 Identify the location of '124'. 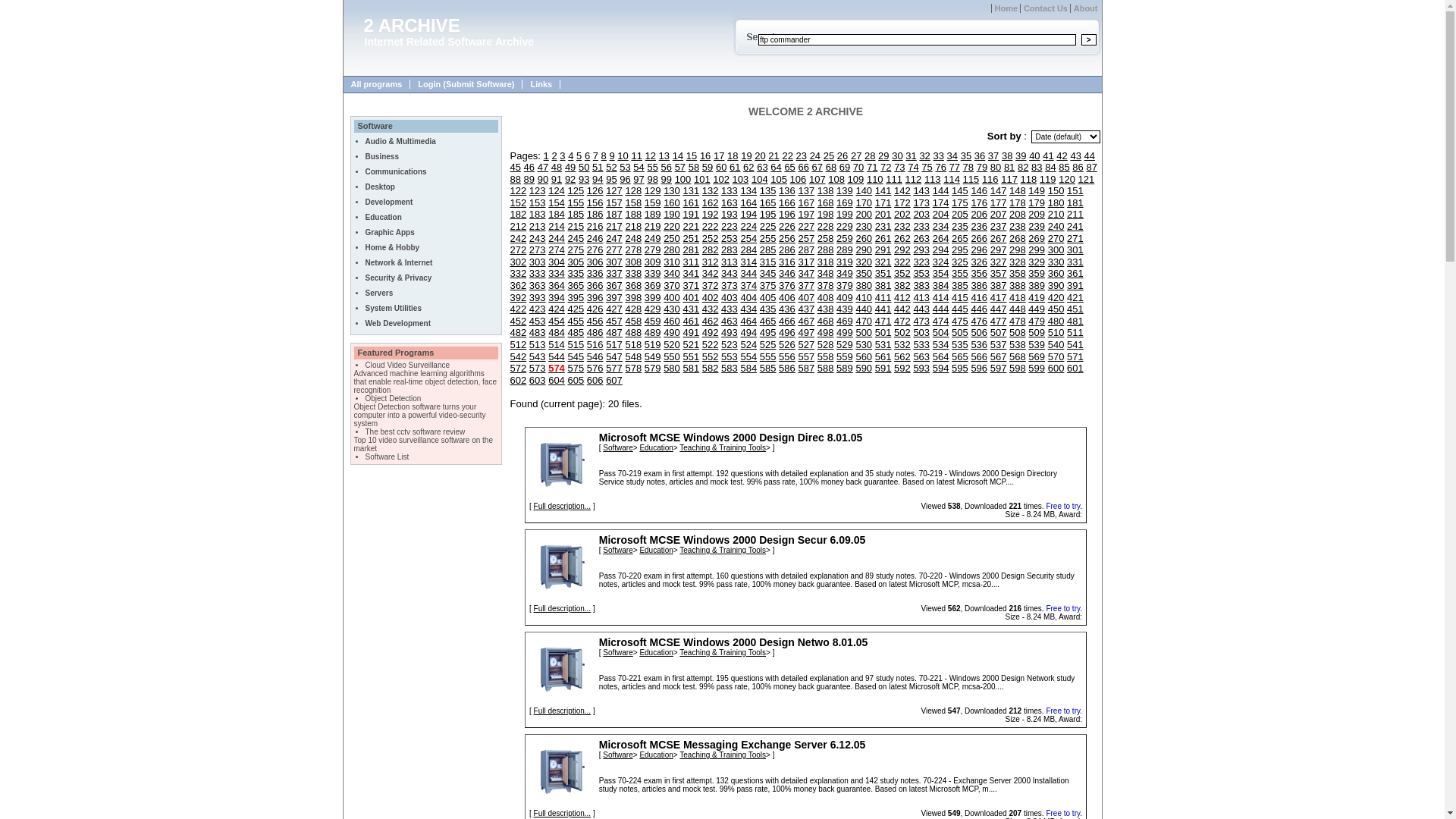
(556, 190).